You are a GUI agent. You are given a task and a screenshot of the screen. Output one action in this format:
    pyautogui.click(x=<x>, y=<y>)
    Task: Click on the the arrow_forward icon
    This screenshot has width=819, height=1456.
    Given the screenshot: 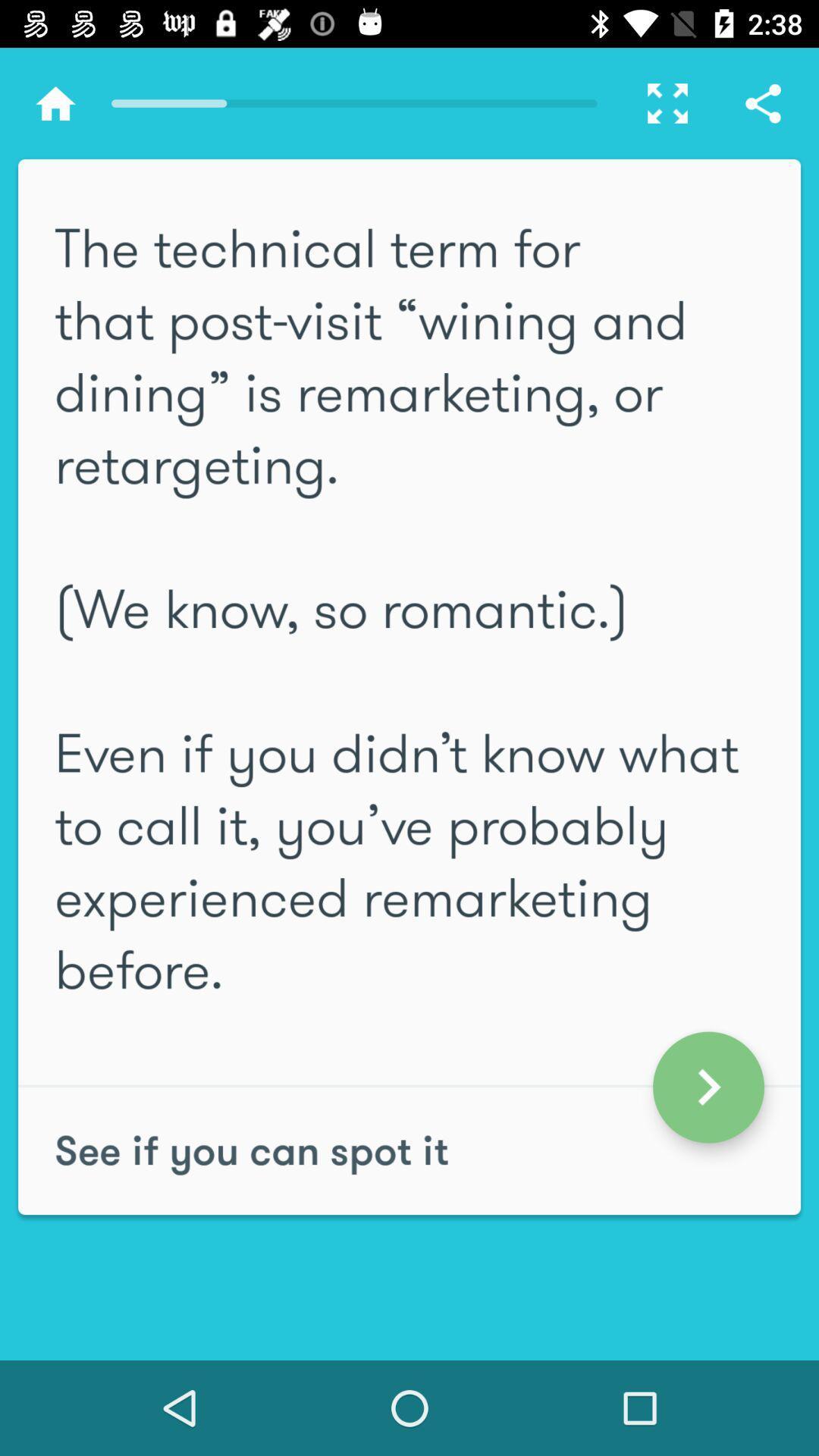 What is the action you would take?
    pyautogui.click(x=708, y=1087)
    